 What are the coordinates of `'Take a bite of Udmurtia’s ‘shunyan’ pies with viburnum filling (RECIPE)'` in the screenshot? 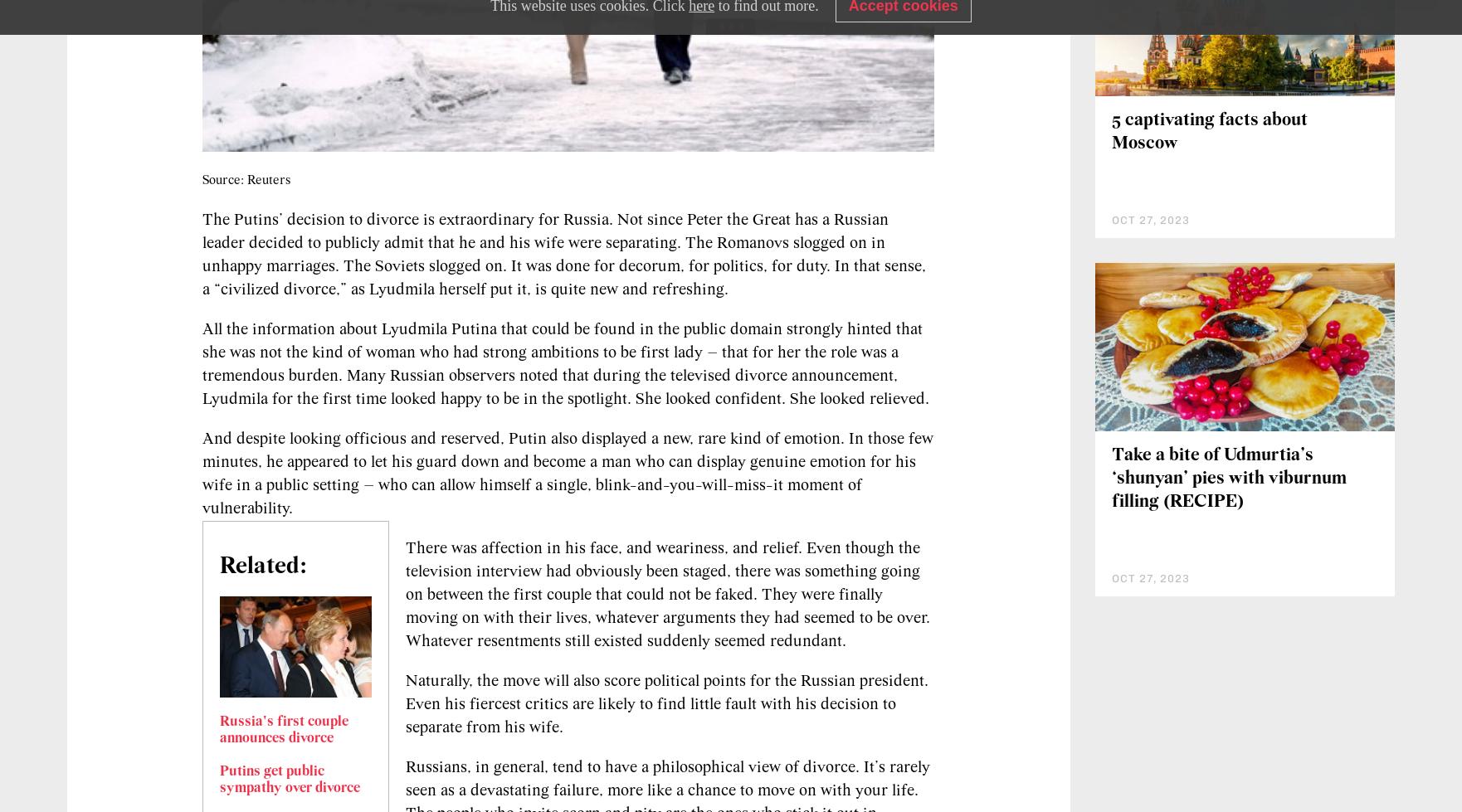 It's located at (1228, 478).